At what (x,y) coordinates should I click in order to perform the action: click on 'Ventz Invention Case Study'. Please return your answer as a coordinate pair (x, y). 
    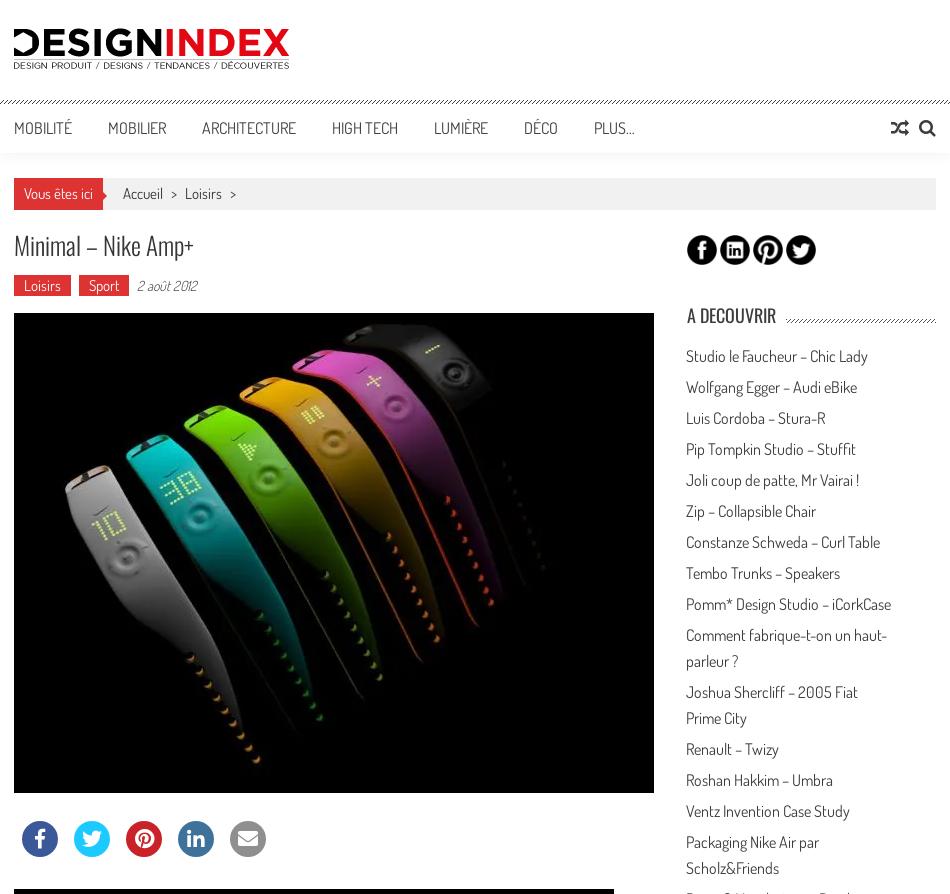
    Looking at the image, I should click on (685, 808).